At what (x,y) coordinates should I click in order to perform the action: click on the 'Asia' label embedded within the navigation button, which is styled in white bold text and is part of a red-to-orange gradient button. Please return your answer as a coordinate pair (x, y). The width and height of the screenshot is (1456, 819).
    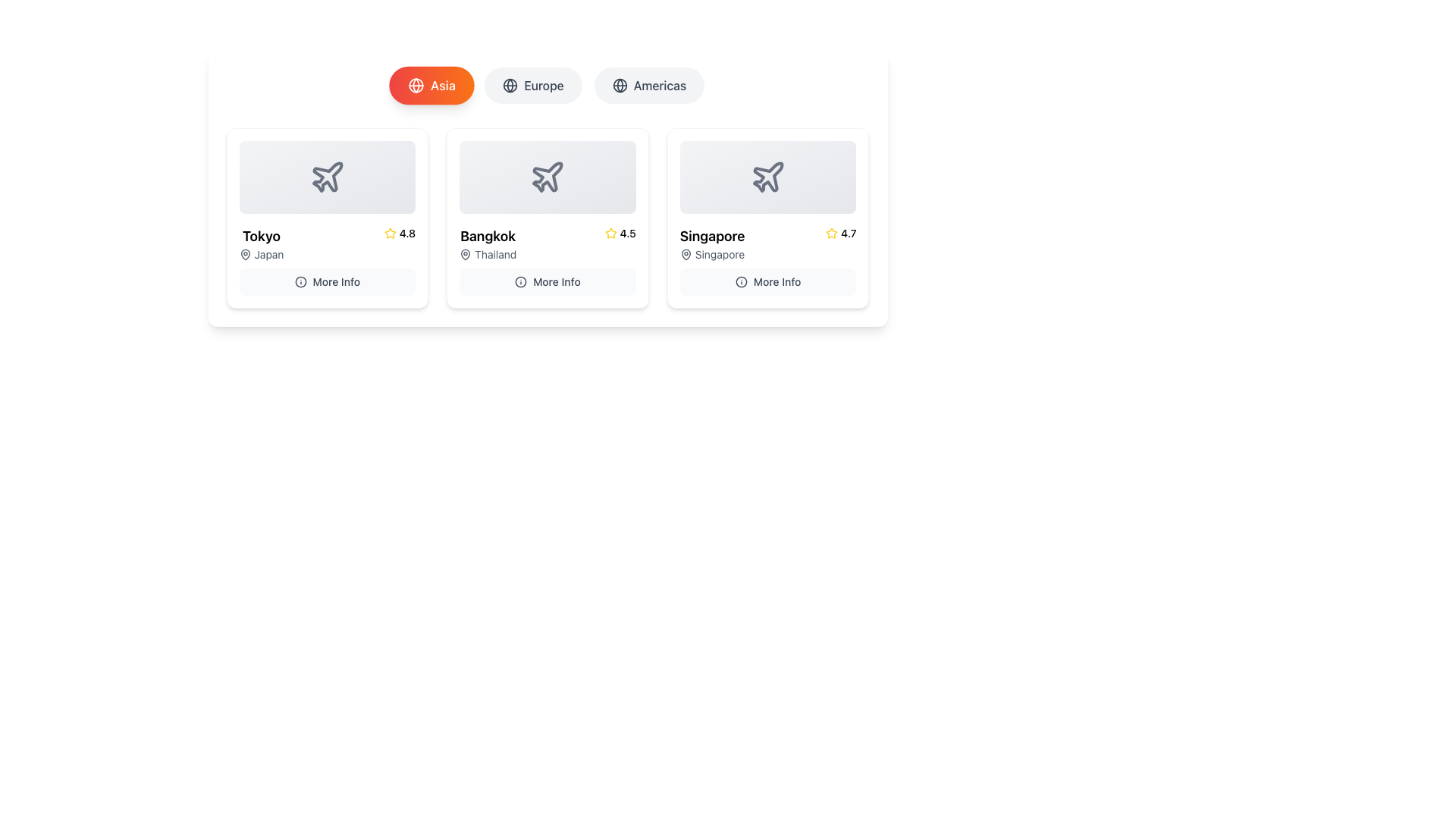
    Looking at the image, I should click on (442, 85).